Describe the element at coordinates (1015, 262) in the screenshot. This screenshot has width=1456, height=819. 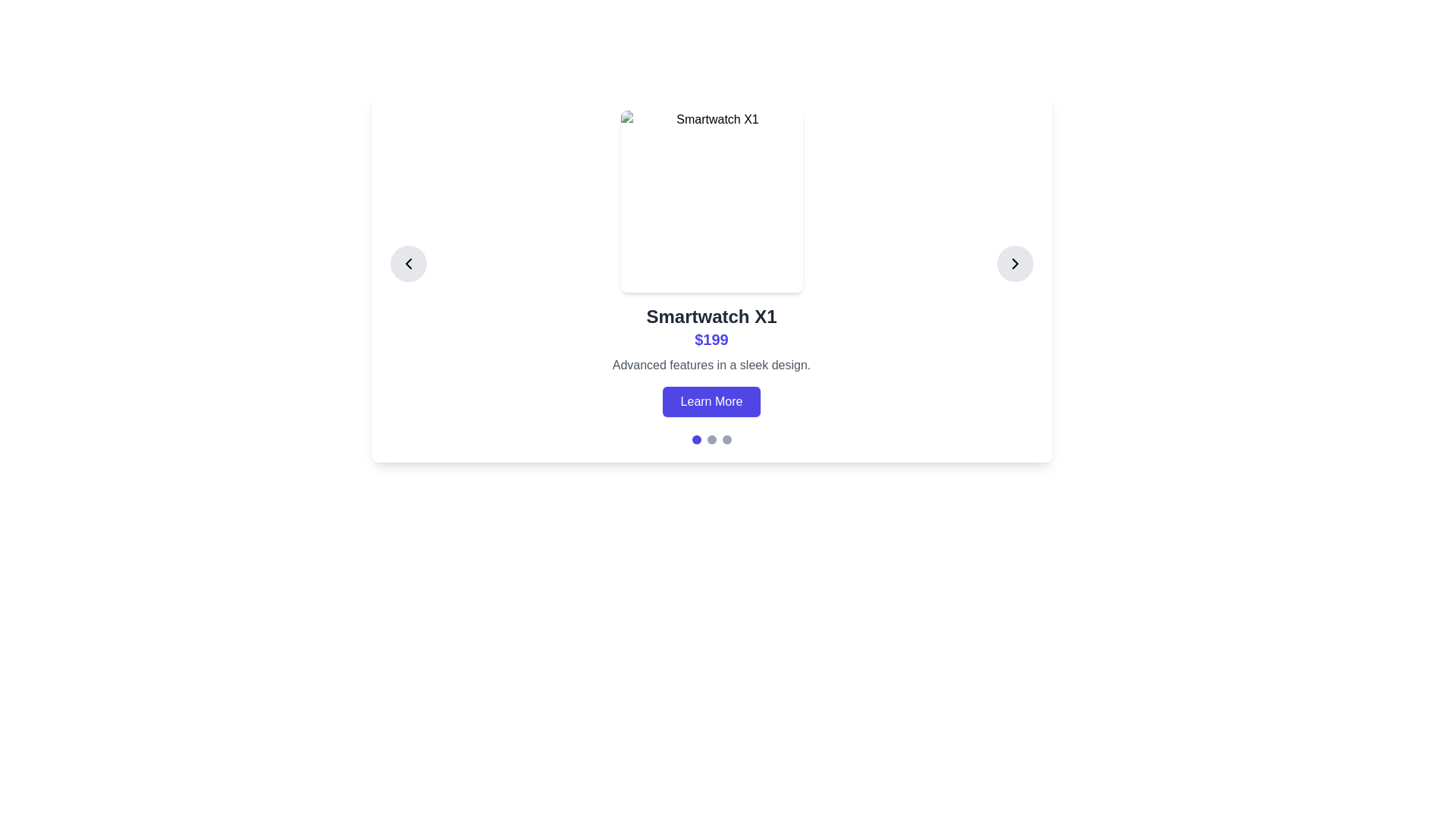
I see `the rightward-pointing chevron arrow icon embedded in the circular button` at that location.